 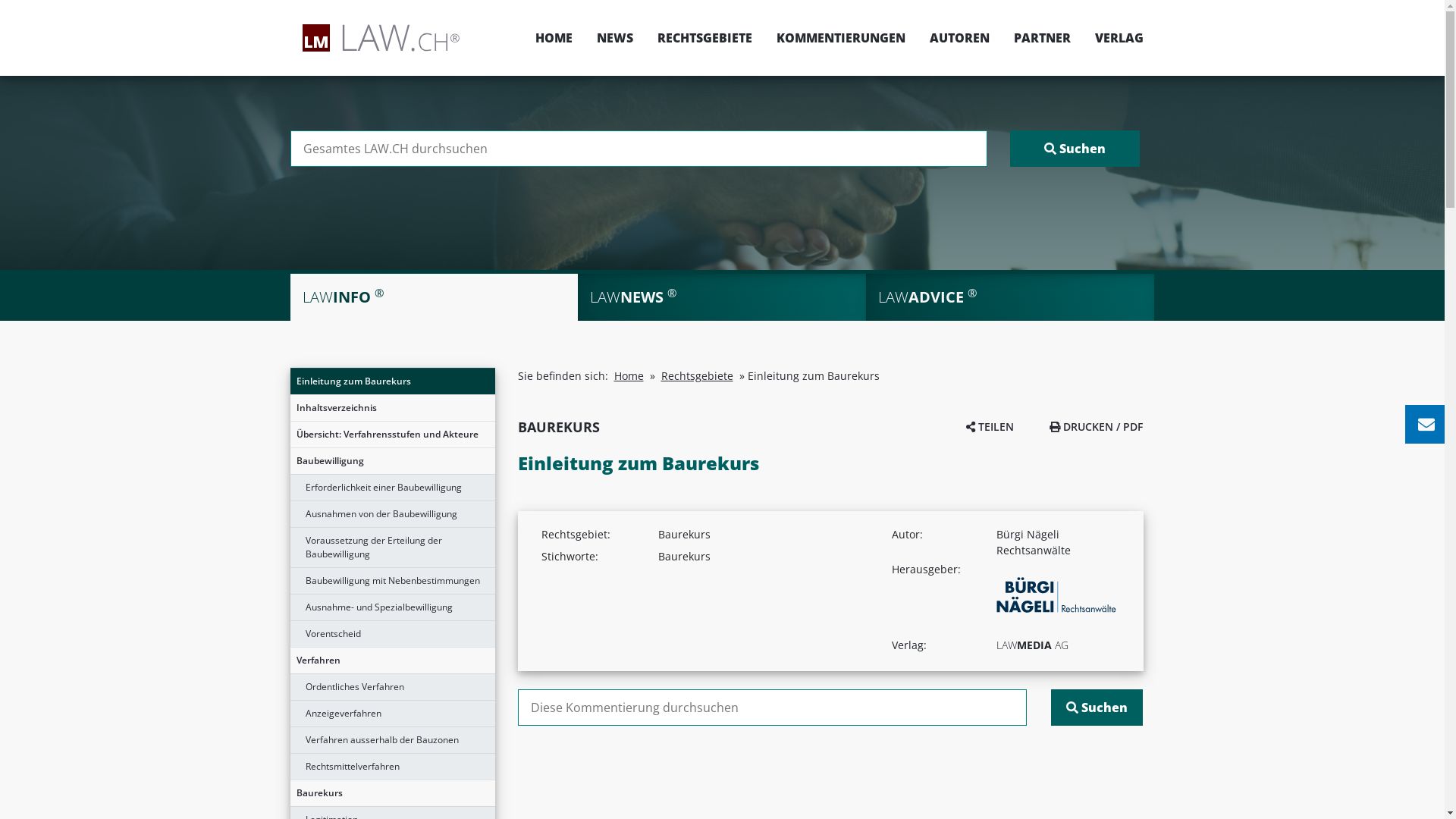 What do you see at coordinates (392, 406) in the screenshot?
I see `'Inhaltsverzeichnis'` at bounding box center [392, 406].